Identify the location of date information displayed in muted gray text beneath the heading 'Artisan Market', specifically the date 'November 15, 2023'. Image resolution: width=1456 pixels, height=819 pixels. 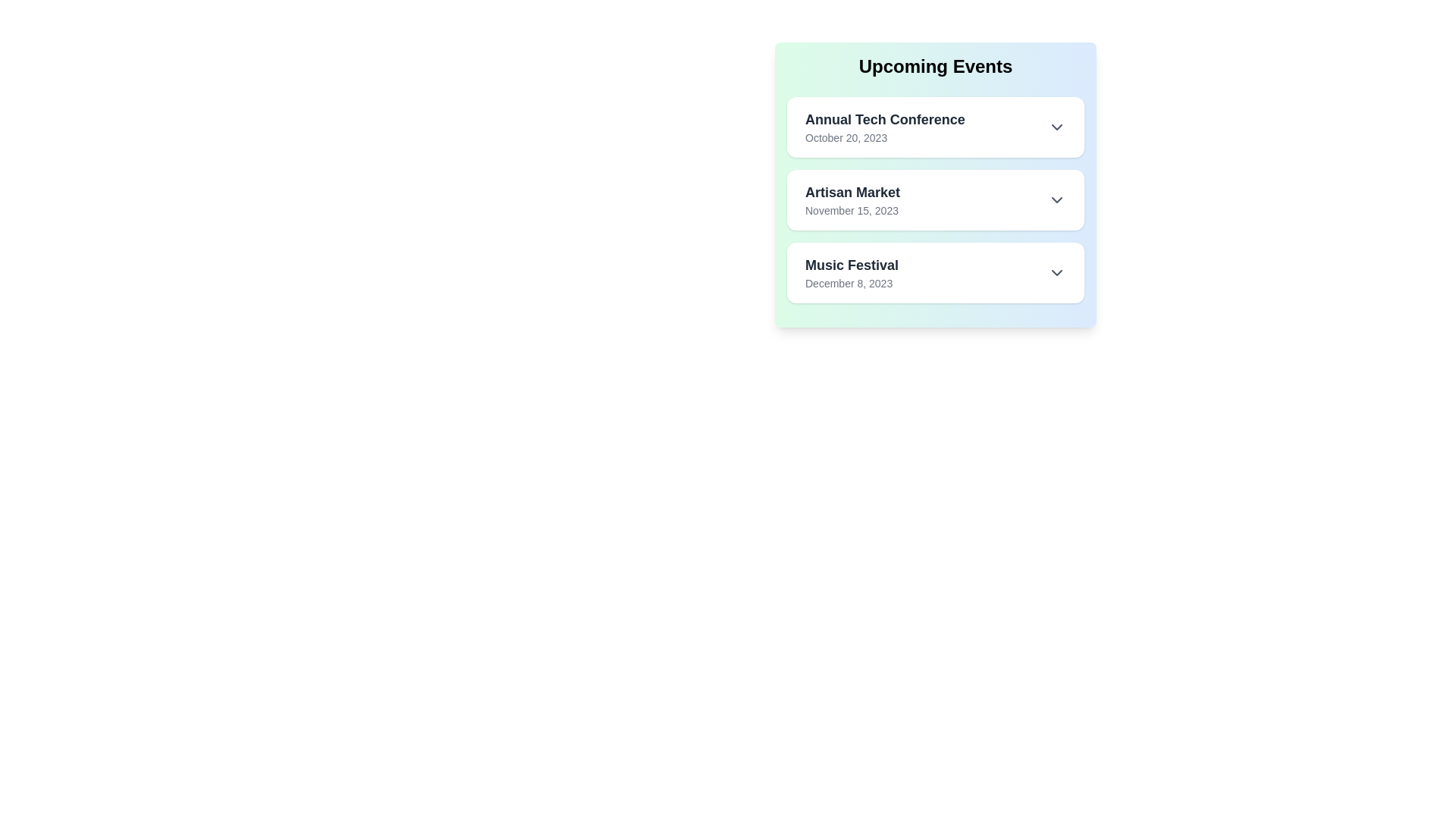
(852, 210).